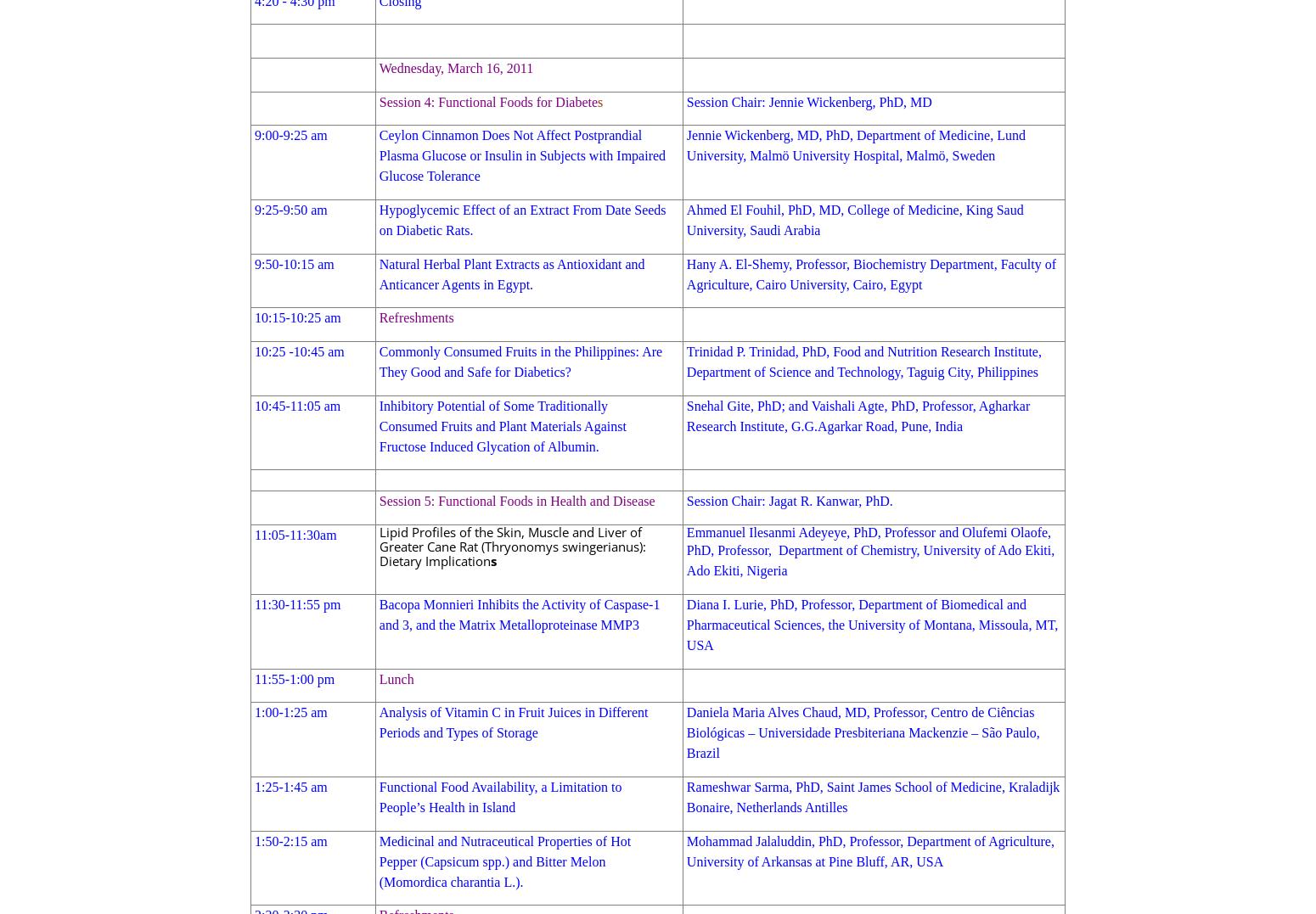 This screenshot has height=914, width=1316. Describe the element at coordinates (378, 68) in the screenshot. I see `'Wednesday, March 16, 2011'` at that location.